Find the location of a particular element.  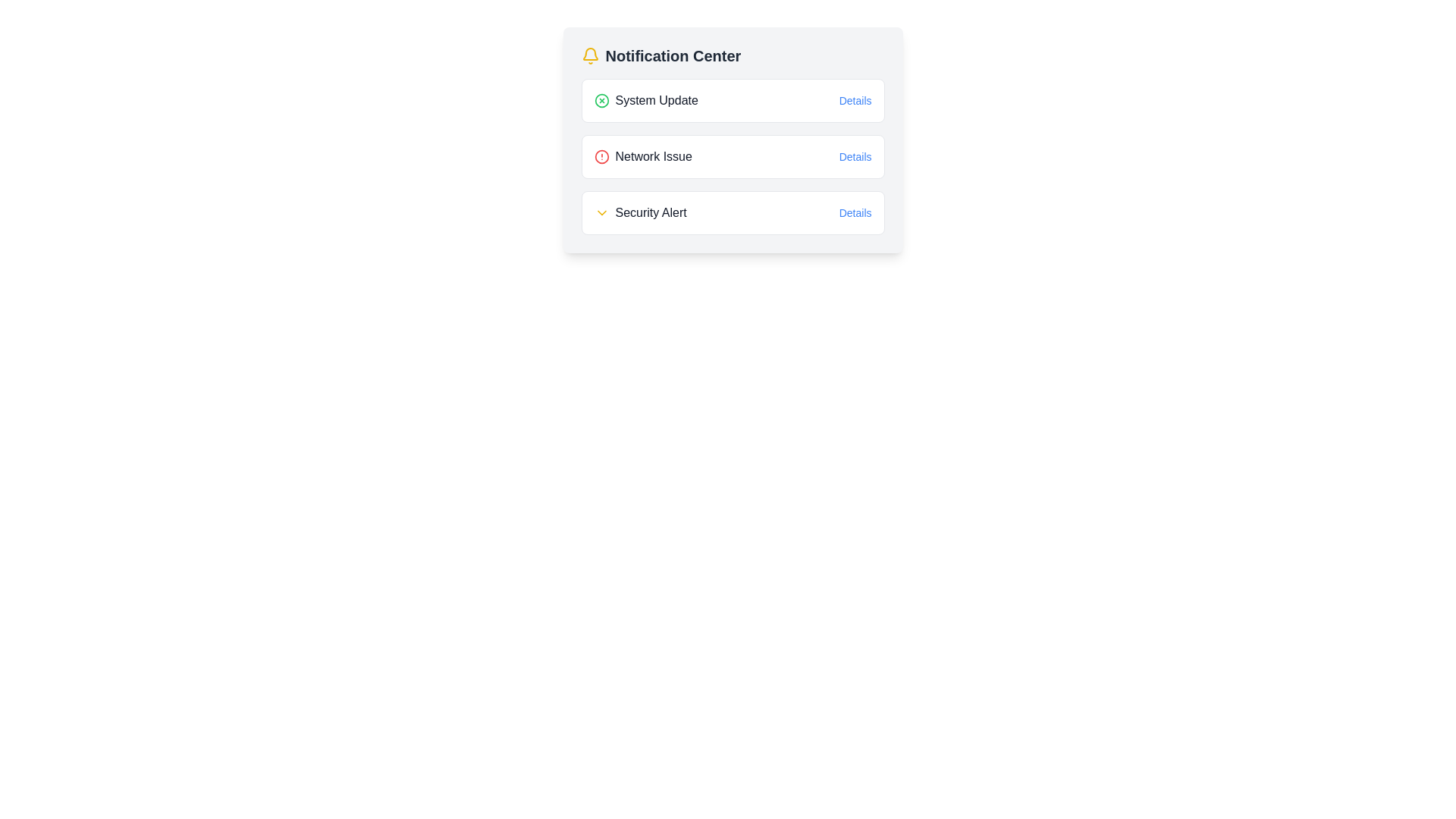

text displayed in the Header element of the notification panel, which is located at the top of the panel above the items 'System Update,' 'Network Issue,' and 'Security Alert.' is located at coordinates (733, 55).